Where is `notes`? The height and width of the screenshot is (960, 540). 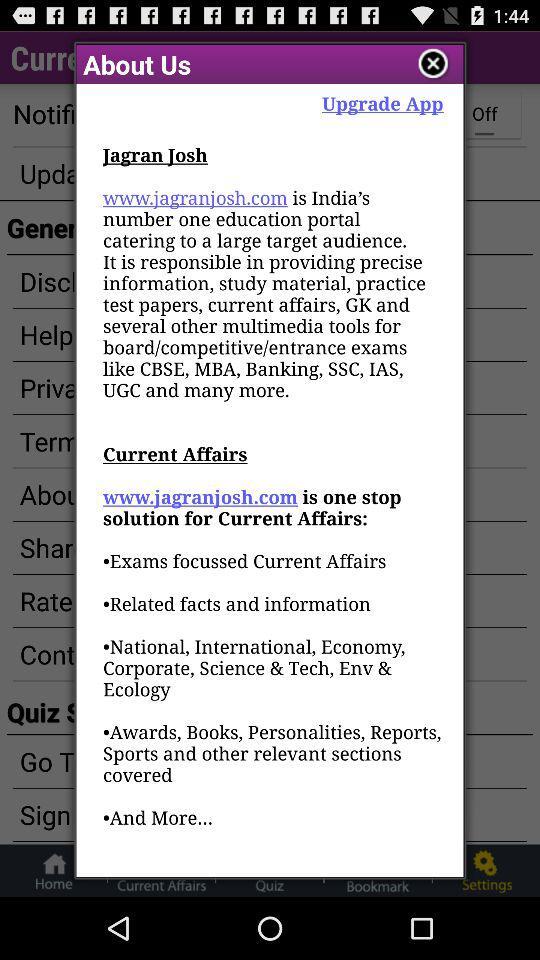 notes is located at coordinates (432, 64).